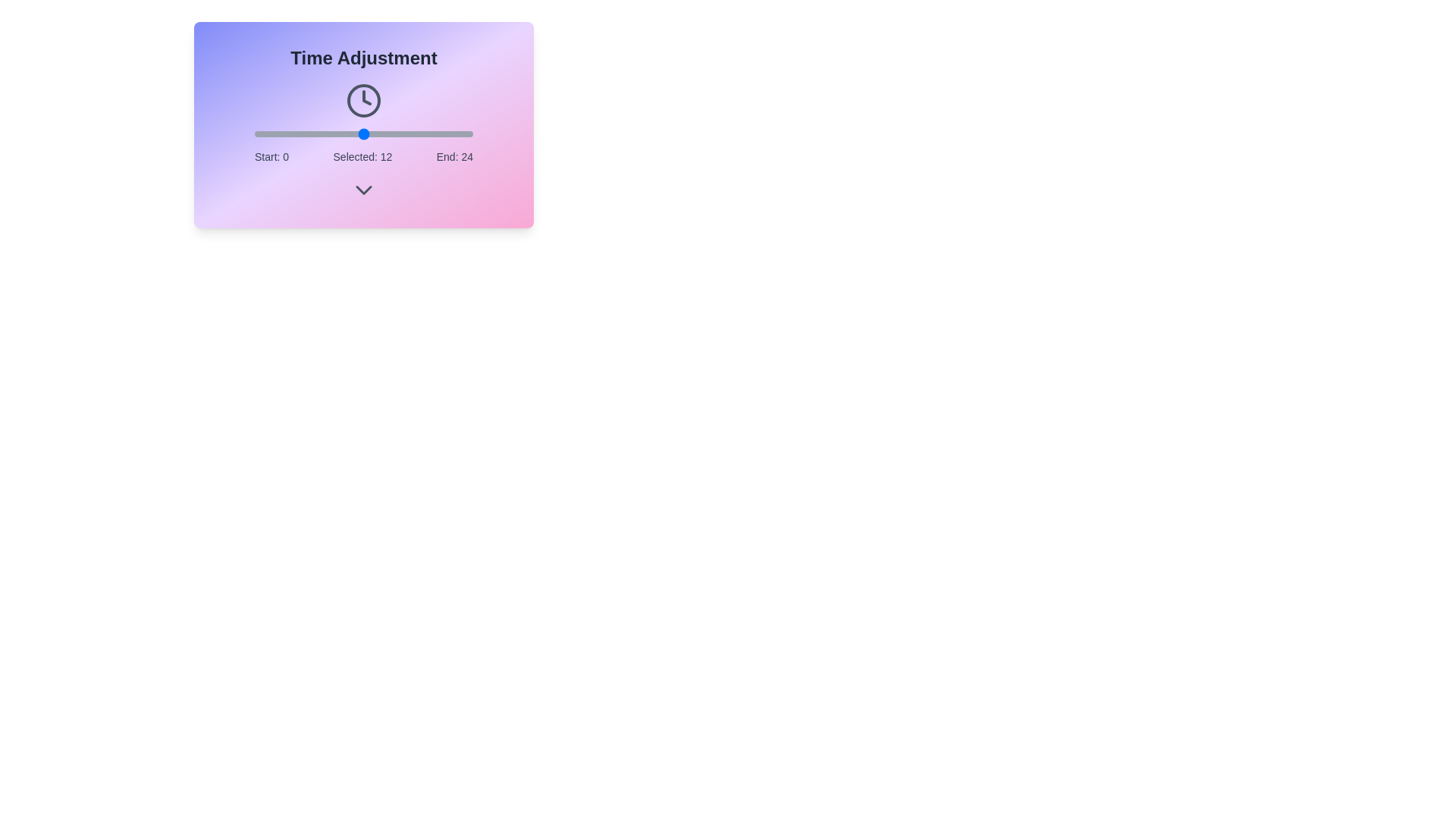  Describe the element at coordinates (255, 133) in the screenshot. I see `the time slider to 0` at that location.